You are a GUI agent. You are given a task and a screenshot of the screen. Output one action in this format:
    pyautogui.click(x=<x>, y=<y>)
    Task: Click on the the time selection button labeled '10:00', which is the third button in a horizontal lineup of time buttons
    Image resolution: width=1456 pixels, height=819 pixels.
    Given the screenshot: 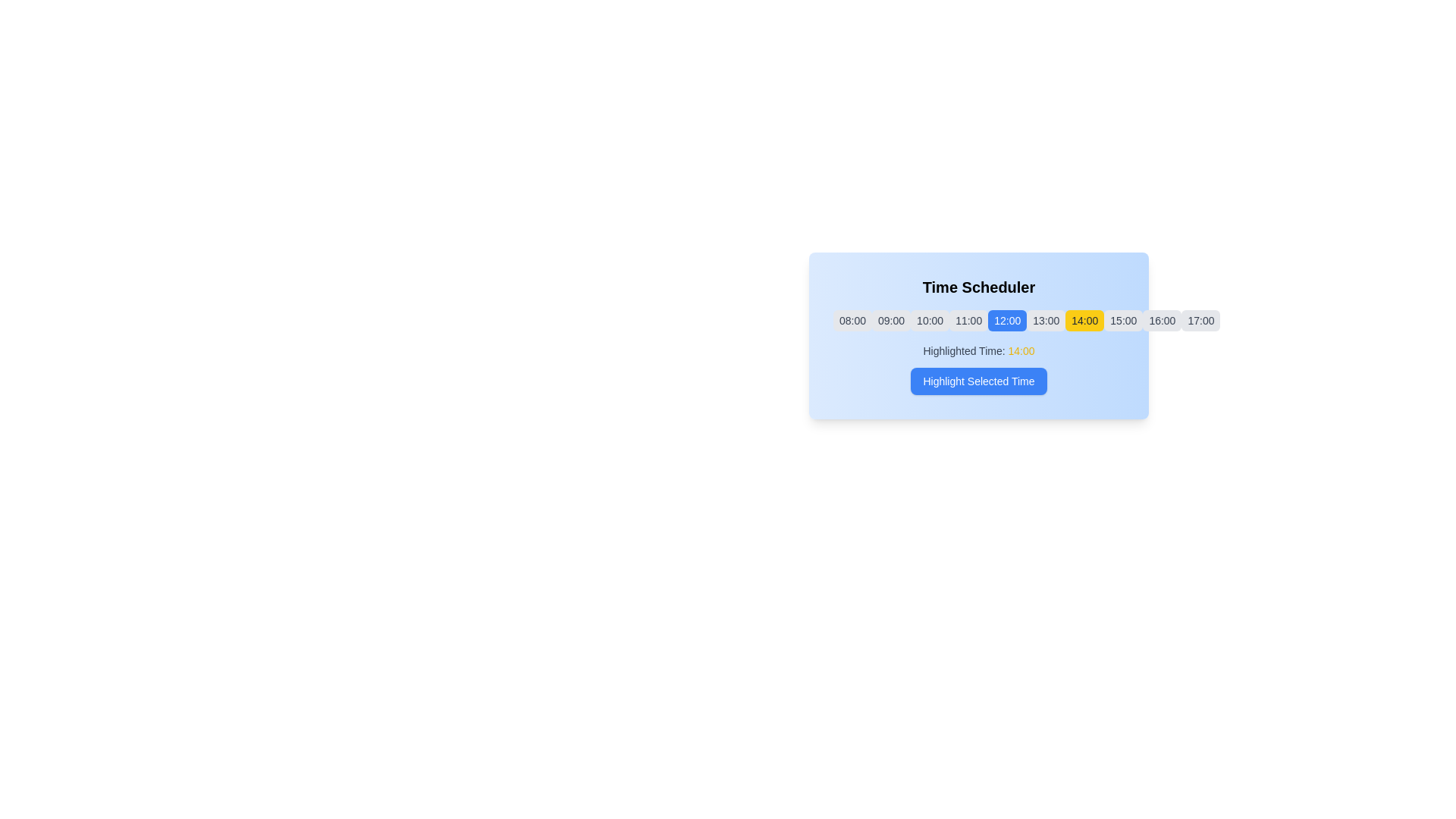 What is the action you would take?
    pyautogui.click(x=929, y=320)
    